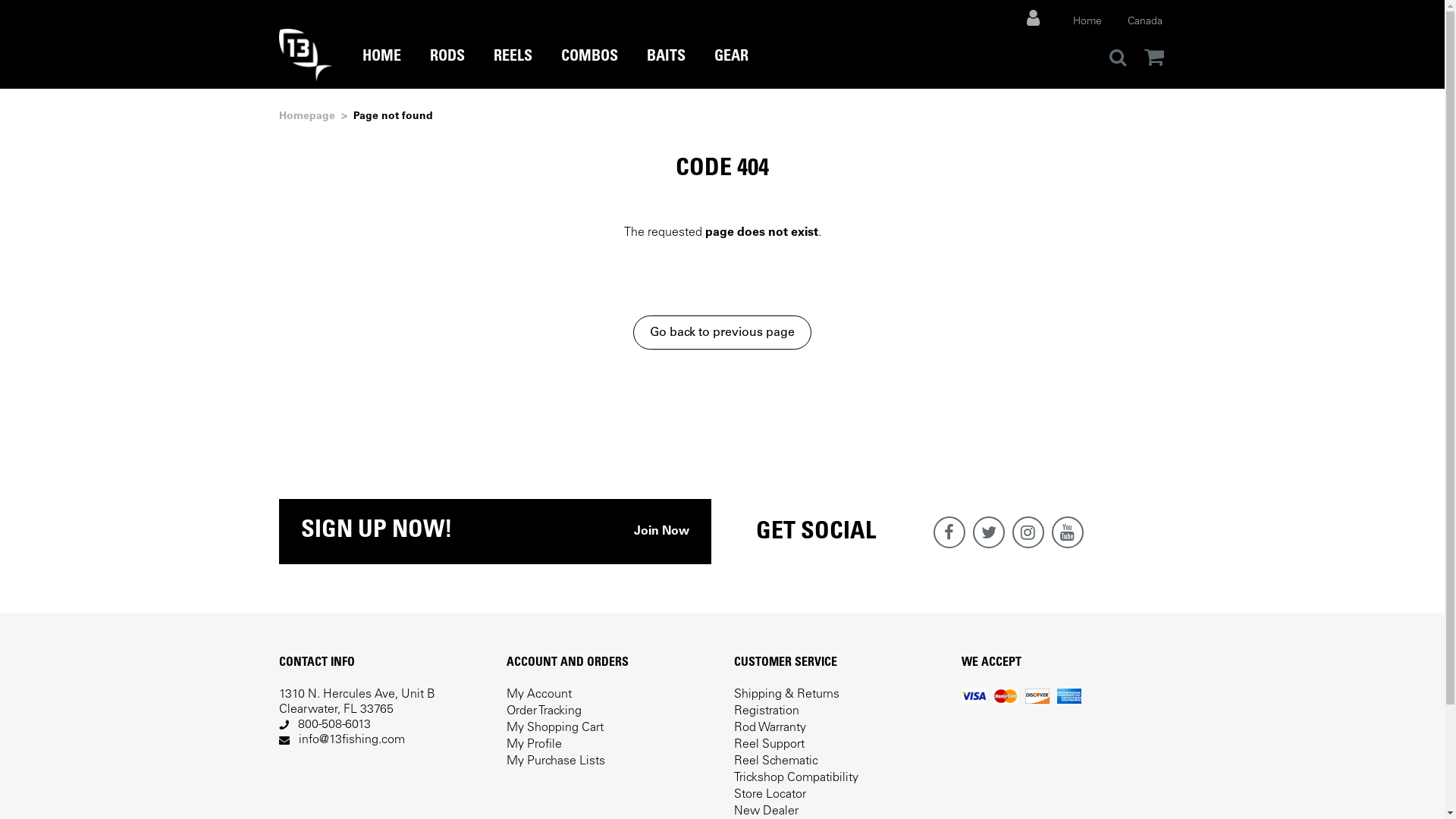 The height and width of the screenshot is (819, 1456). I want to click on 'Rod Warranty', so click(770, 727).